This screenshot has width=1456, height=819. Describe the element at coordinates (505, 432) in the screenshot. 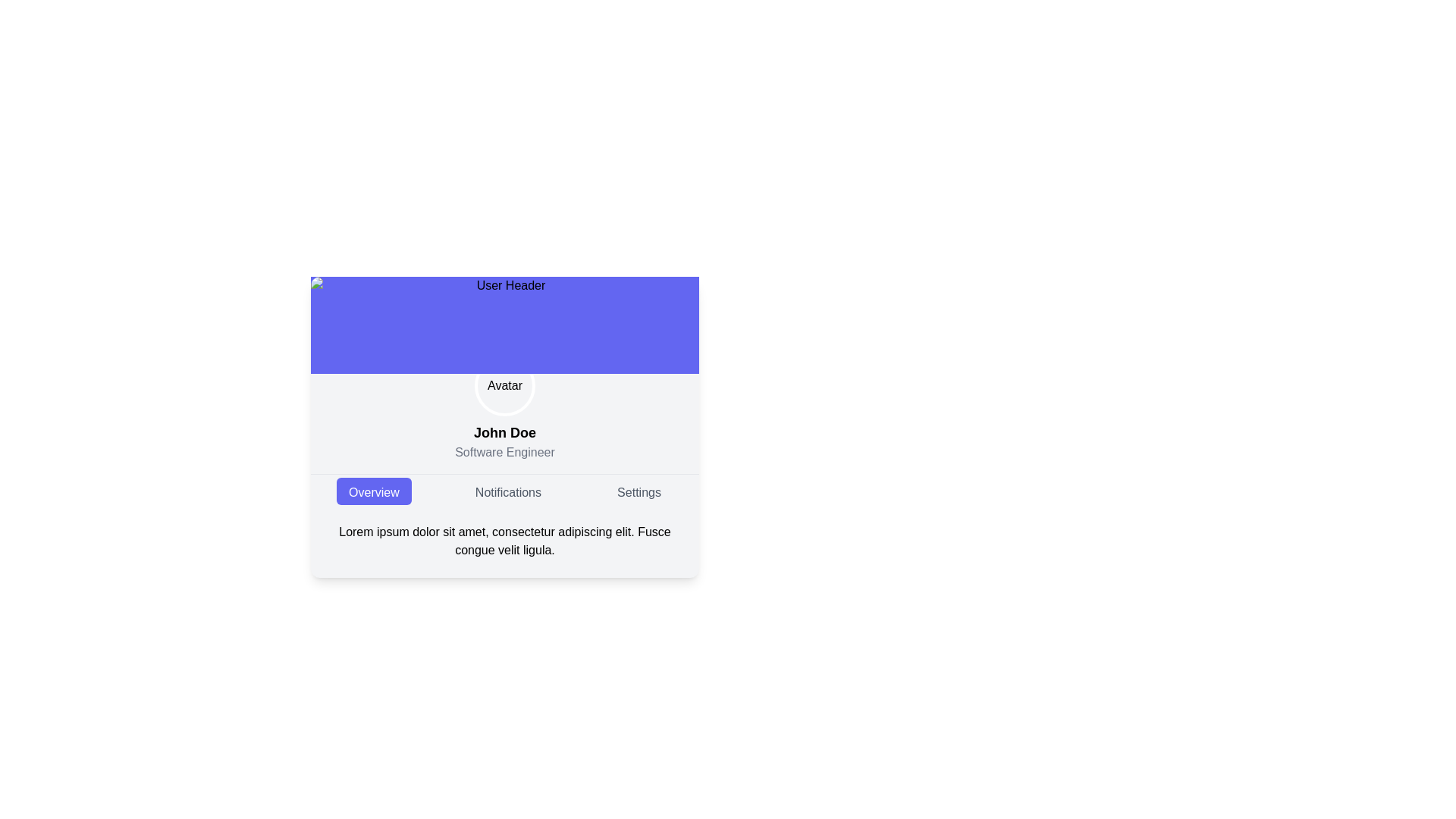

I see `the prominently styled static text label displaying the name 'John Doe' which is centrally aligned and positioned between the avatar image and the designation text` at that location.